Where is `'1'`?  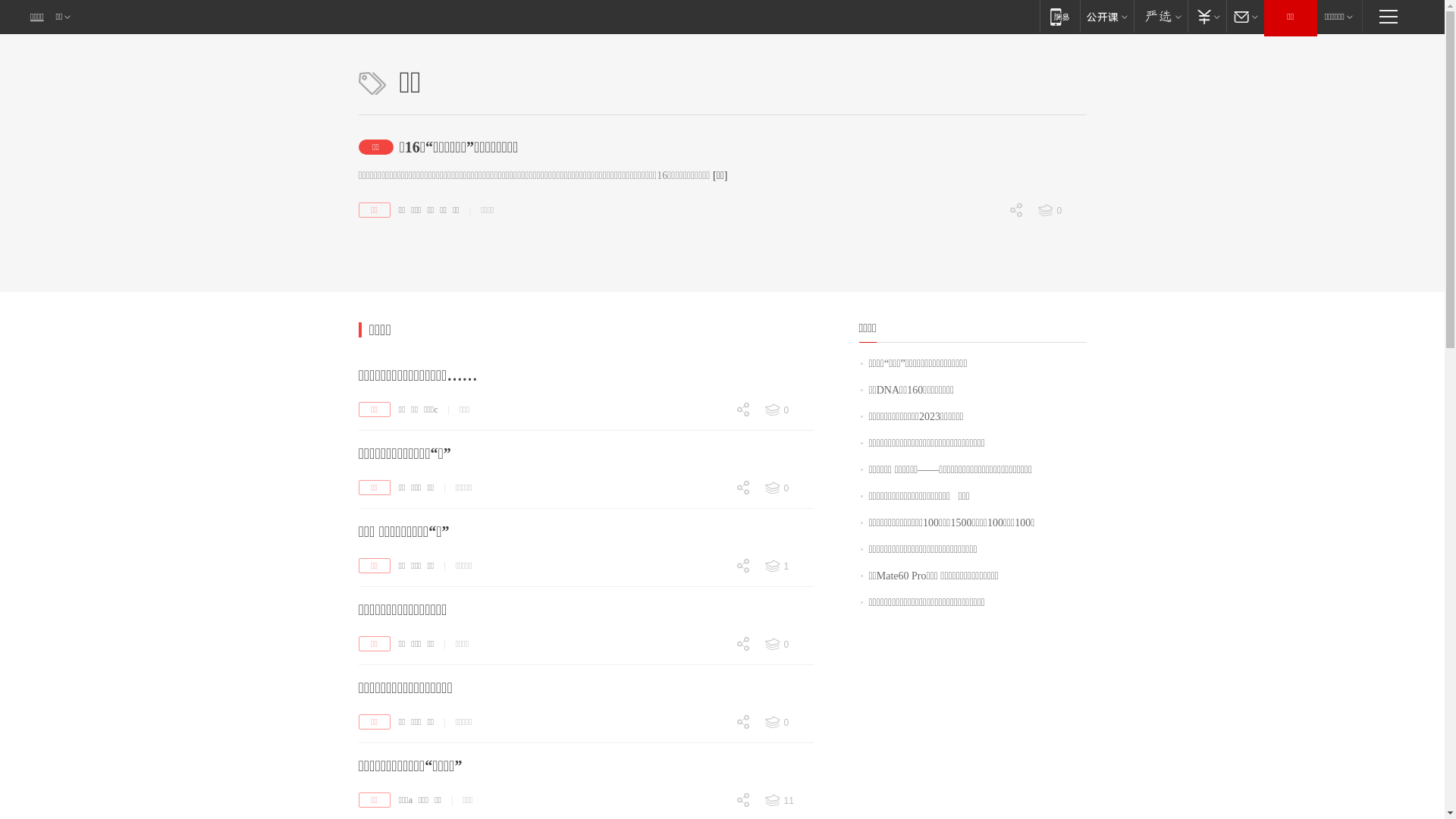 '1' is located at coordinates (764, 566).